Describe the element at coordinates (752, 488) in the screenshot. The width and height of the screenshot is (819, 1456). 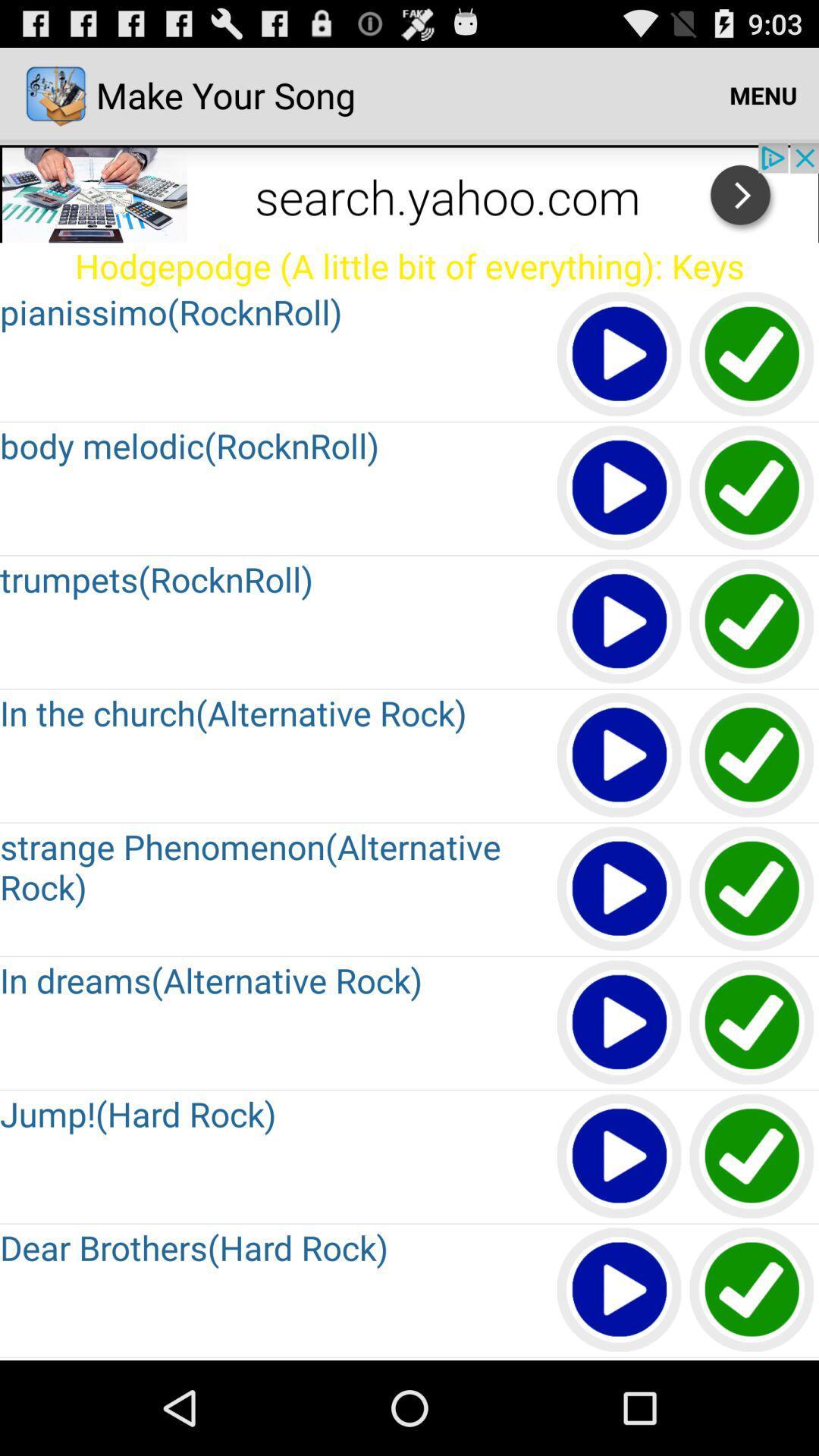
I see `finish icon` at that location.